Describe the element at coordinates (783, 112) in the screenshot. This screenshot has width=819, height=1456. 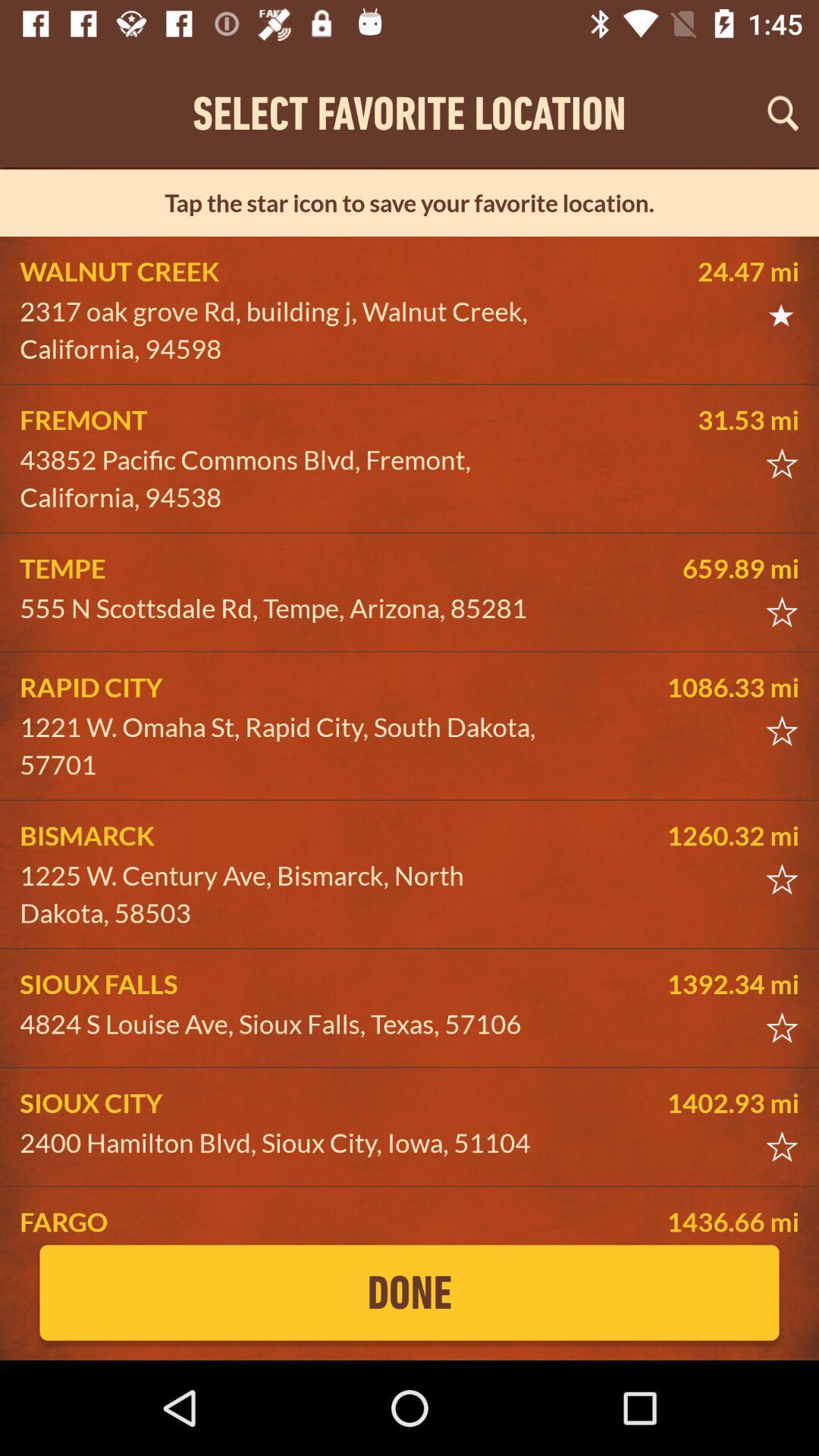
I see `icon above tap the star icon` at that location.